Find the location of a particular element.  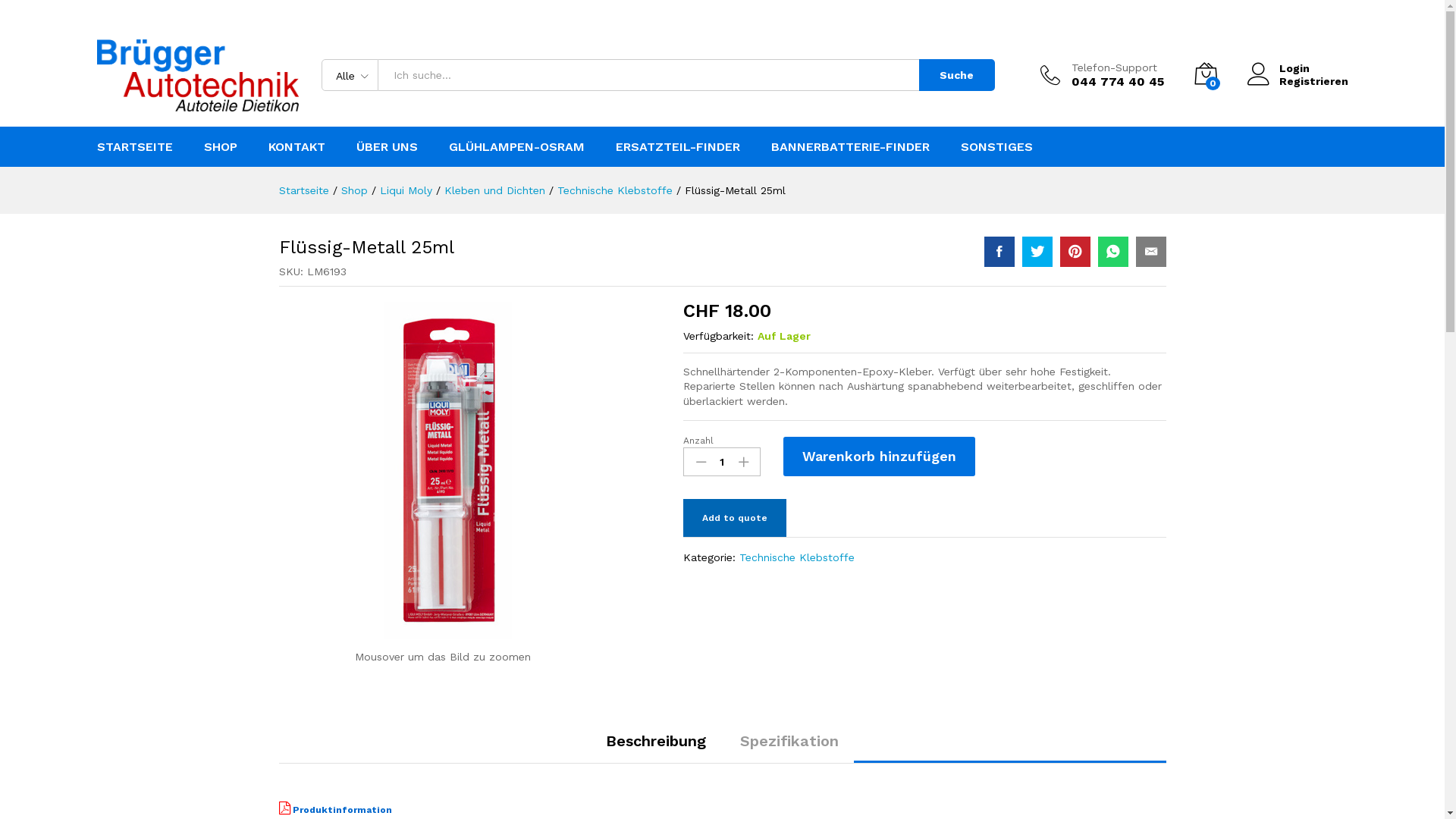

'SONSTIGES' is located at coordinates (996, 146).